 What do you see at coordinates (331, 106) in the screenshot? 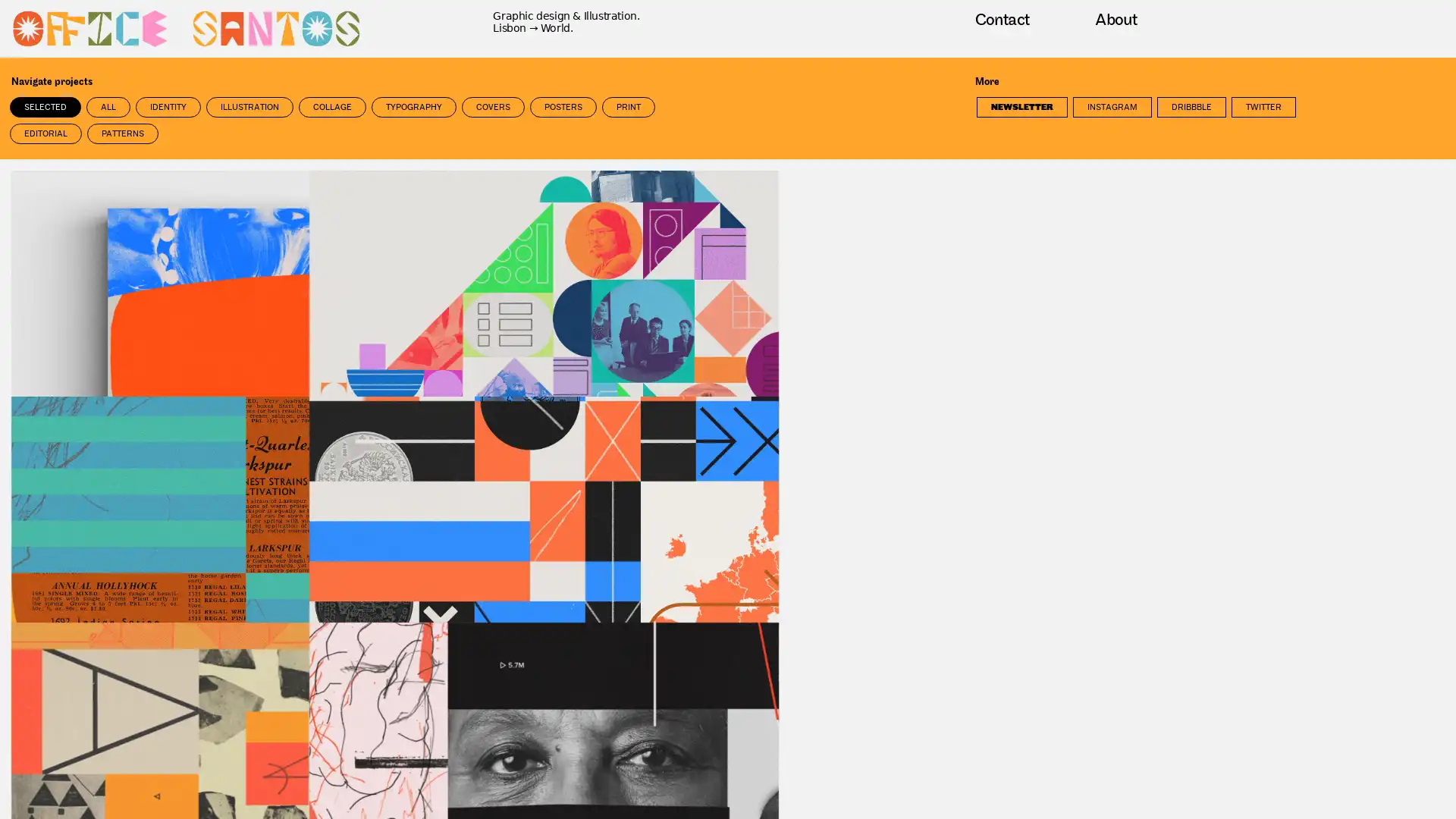
I see `COLLAGE` at bounding box center [331, 106].